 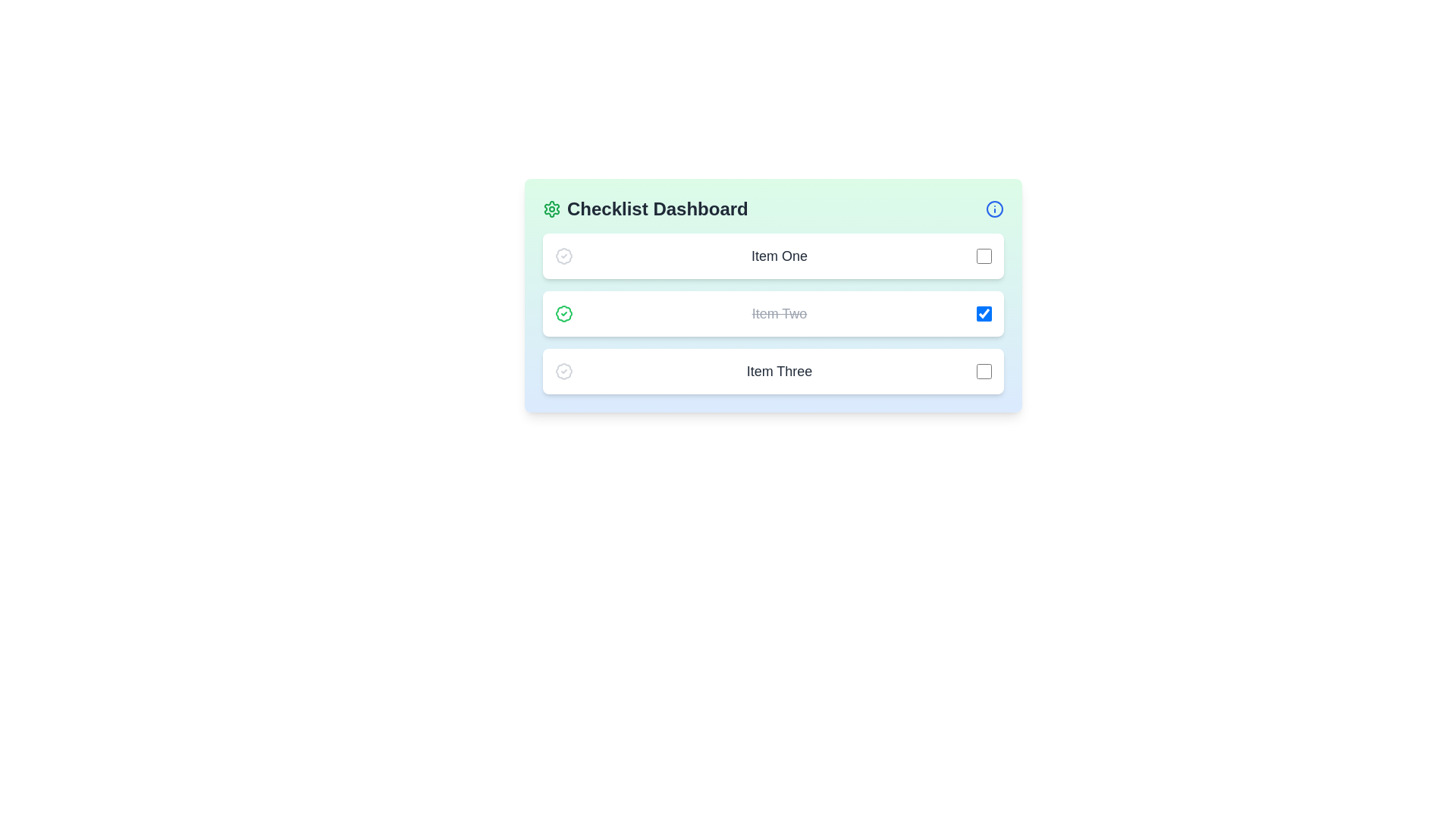 I want to click on the completed task label located in the second row of the checklist, which is marked with a strikethrough style and situated between a green checkmark icon and a blue-checked checkbox, so click(x=779, y=312).